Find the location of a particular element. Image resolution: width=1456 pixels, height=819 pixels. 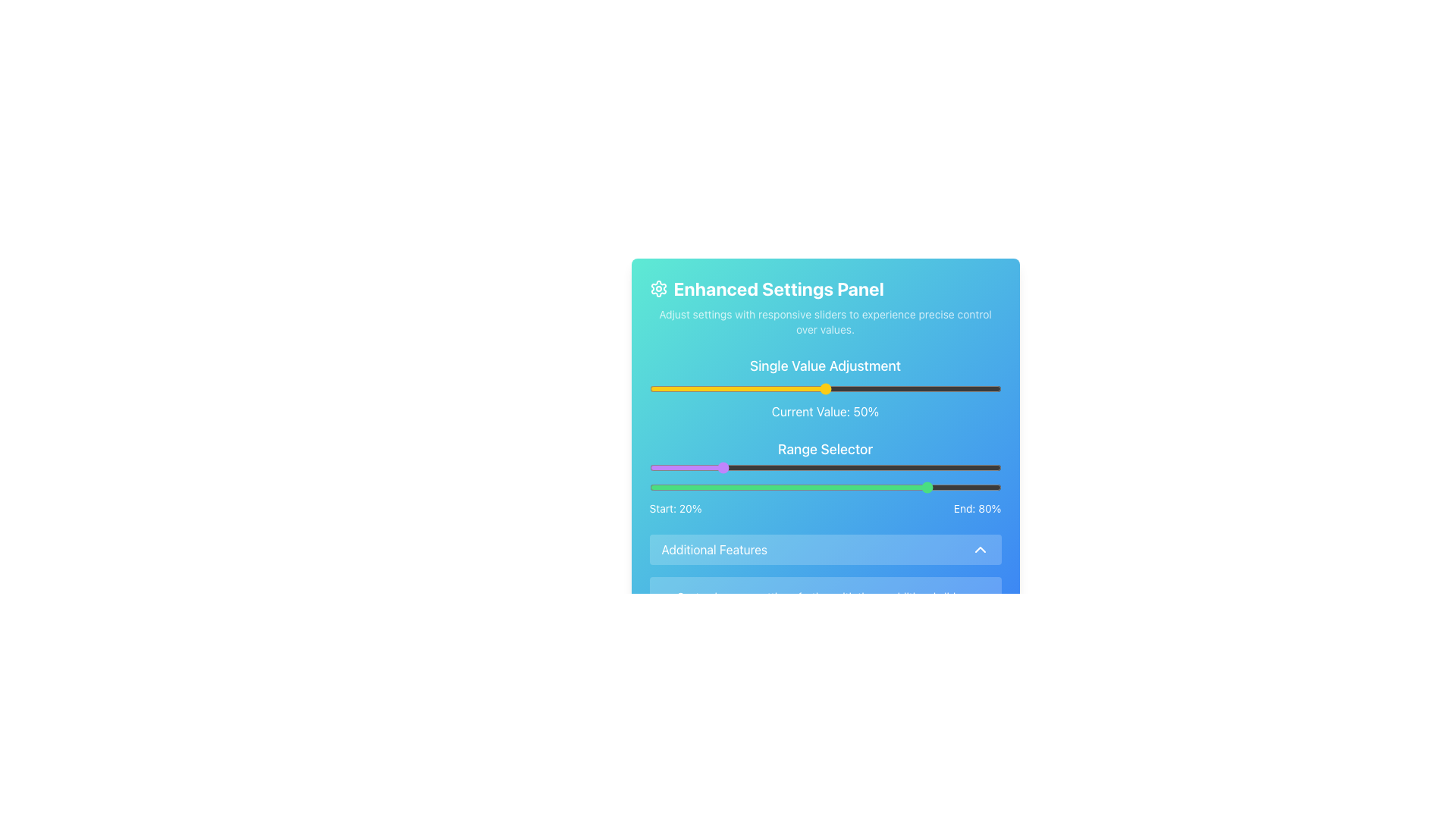

text label that displays 'End: 80%' in bold font on a blue background, located at the bottom right of the 'Range Selector' section is located at coordinates (977, 509).